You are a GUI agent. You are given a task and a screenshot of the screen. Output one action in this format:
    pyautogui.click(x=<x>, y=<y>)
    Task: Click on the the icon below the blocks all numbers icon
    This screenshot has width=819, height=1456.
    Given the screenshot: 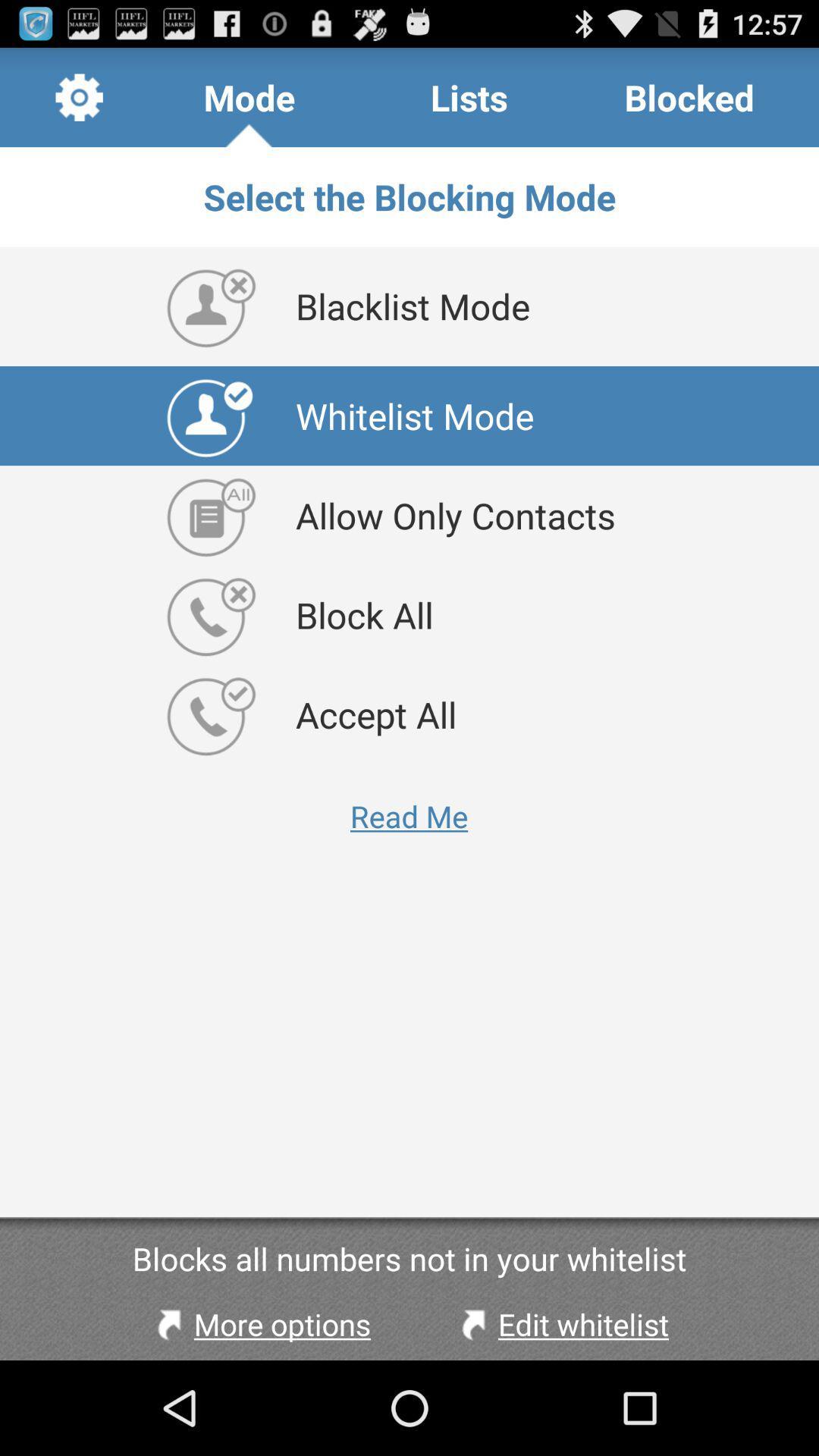 What is the action you would take?
    pyautogui.click(x=259, y=1323)
    